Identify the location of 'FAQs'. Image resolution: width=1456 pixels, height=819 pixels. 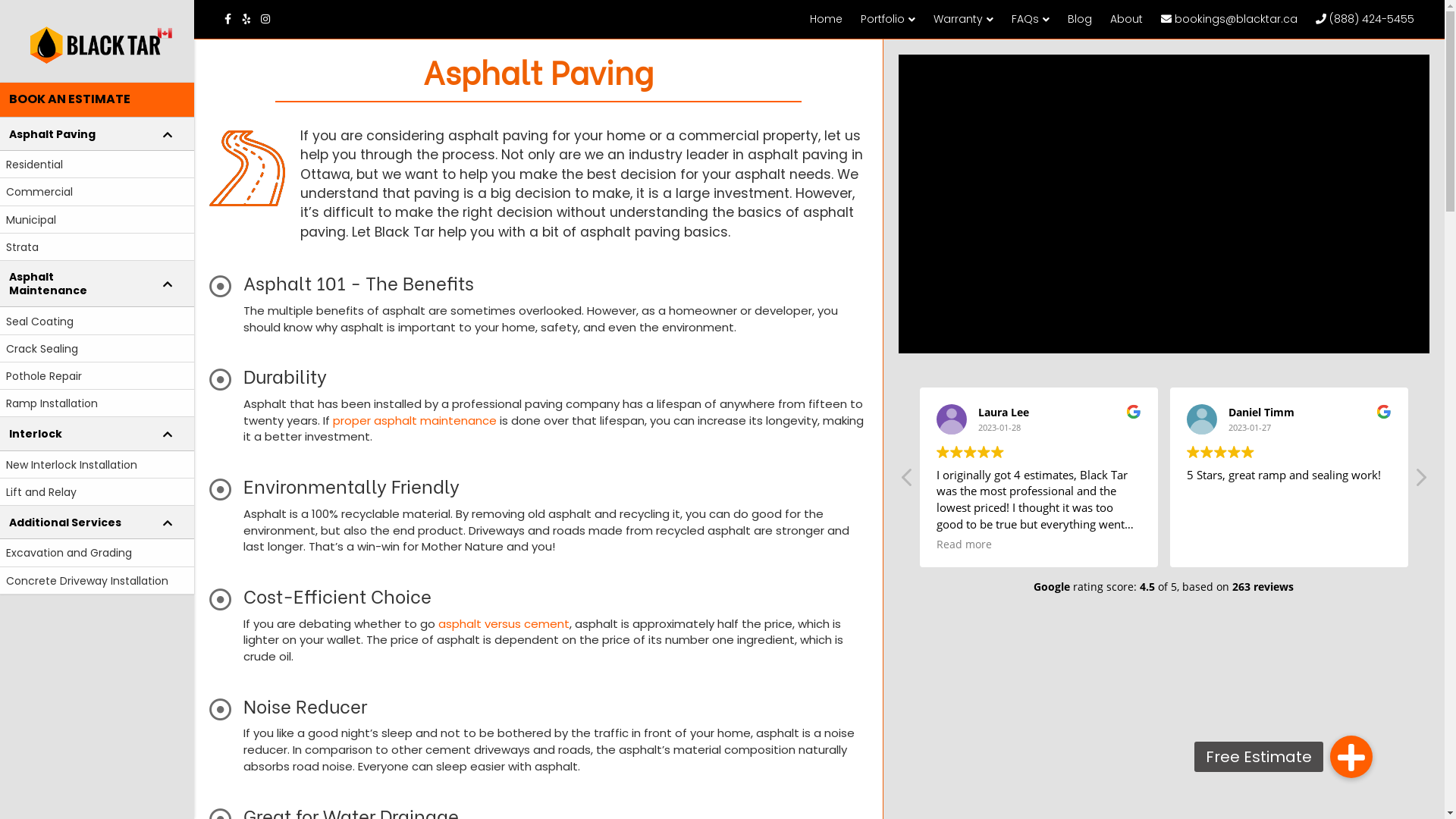
(1030, 19).